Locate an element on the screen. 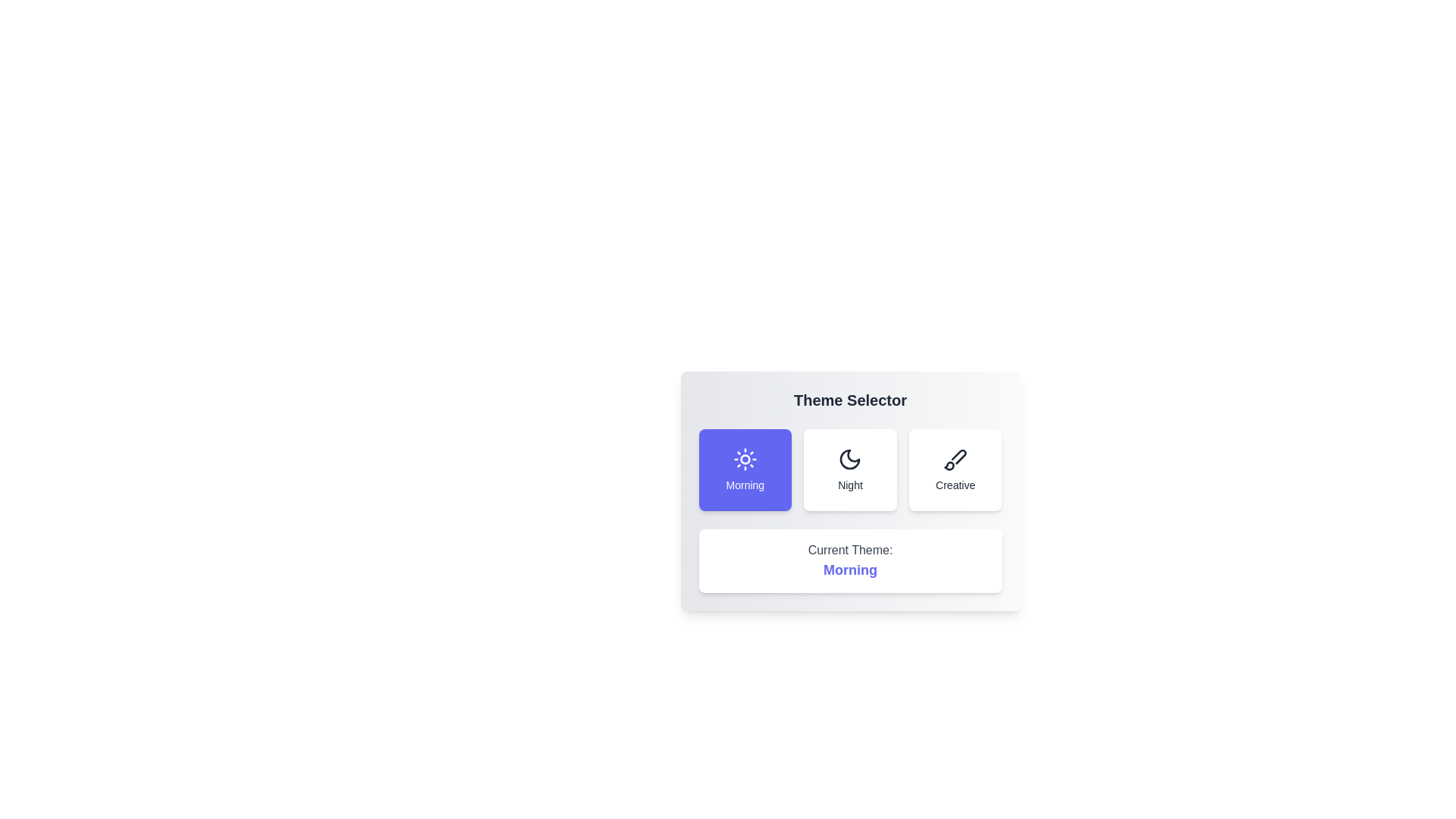  the theme Night by clicking on its button is located at coordinates (850, 469).